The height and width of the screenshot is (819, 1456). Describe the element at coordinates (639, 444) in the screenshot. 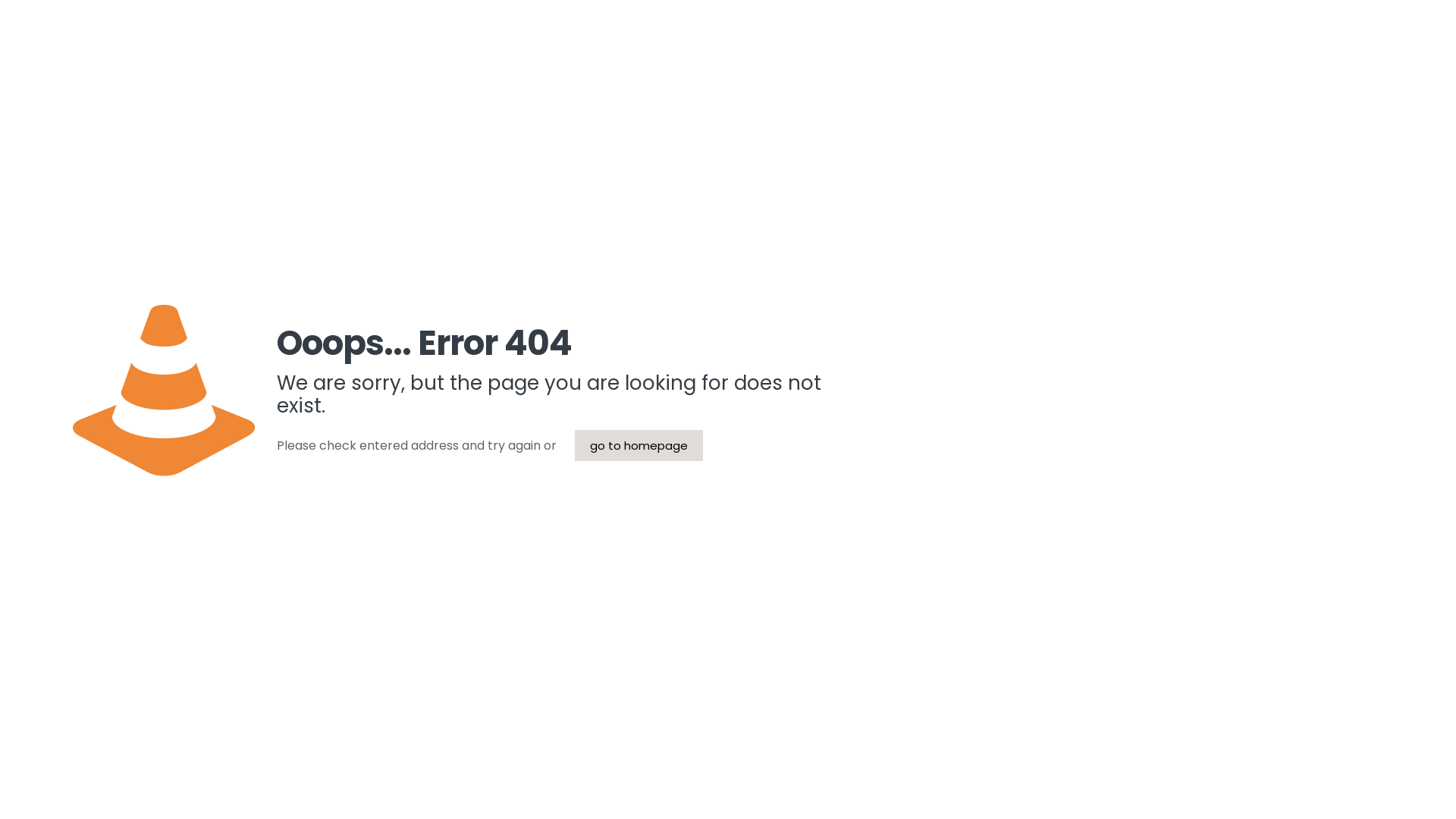

I see `'go to homepage'` at that location.